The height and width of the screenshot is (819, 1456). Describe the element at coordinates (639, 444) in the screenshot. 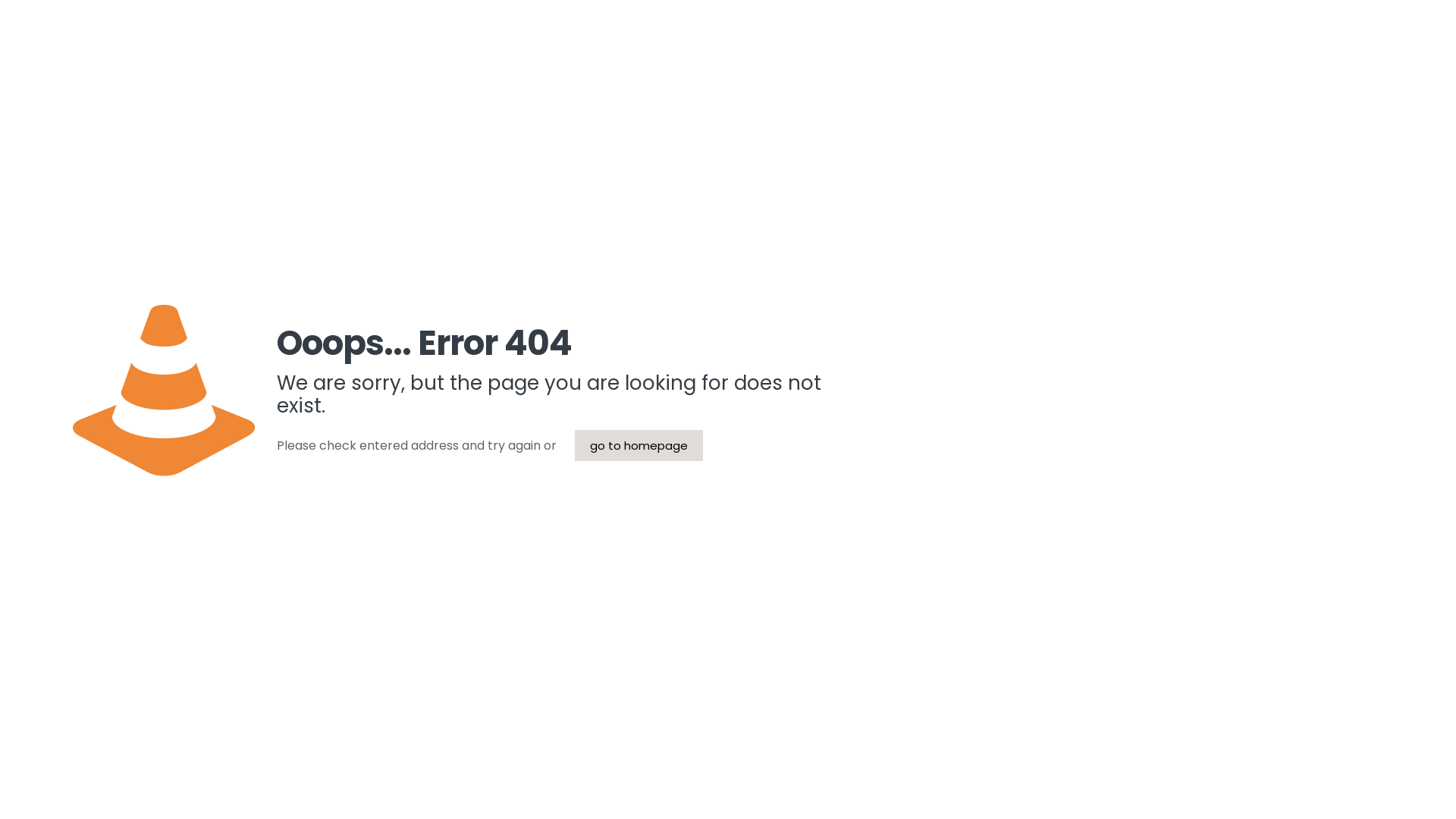

I see `'go to homepage'` at that location.